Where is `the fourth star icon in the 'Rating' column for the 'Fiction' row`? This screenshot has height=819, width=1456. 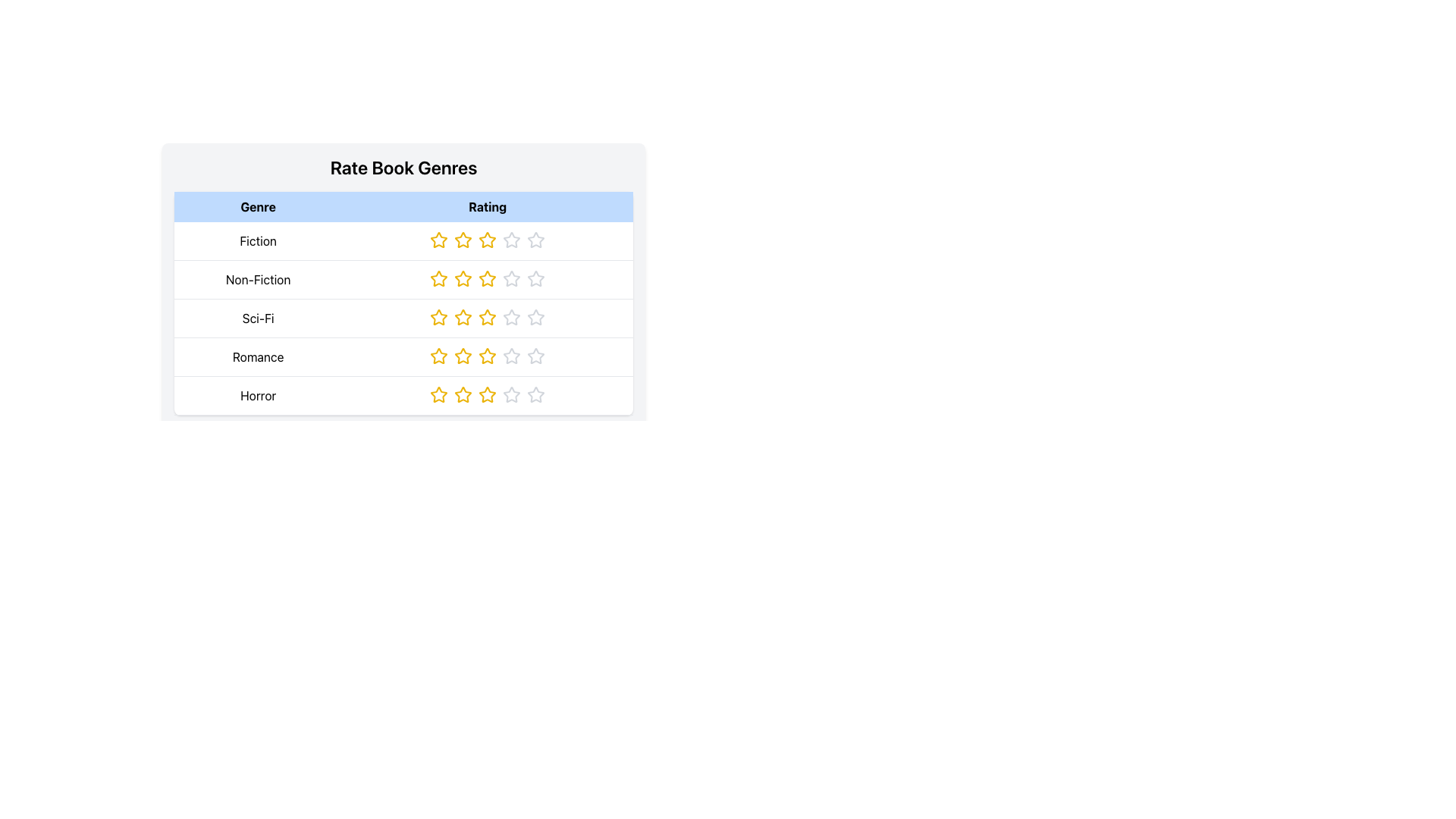
the fourth star icon in the 'Rating' column for the 'Fiction' row is located at coordinates (512, 239).